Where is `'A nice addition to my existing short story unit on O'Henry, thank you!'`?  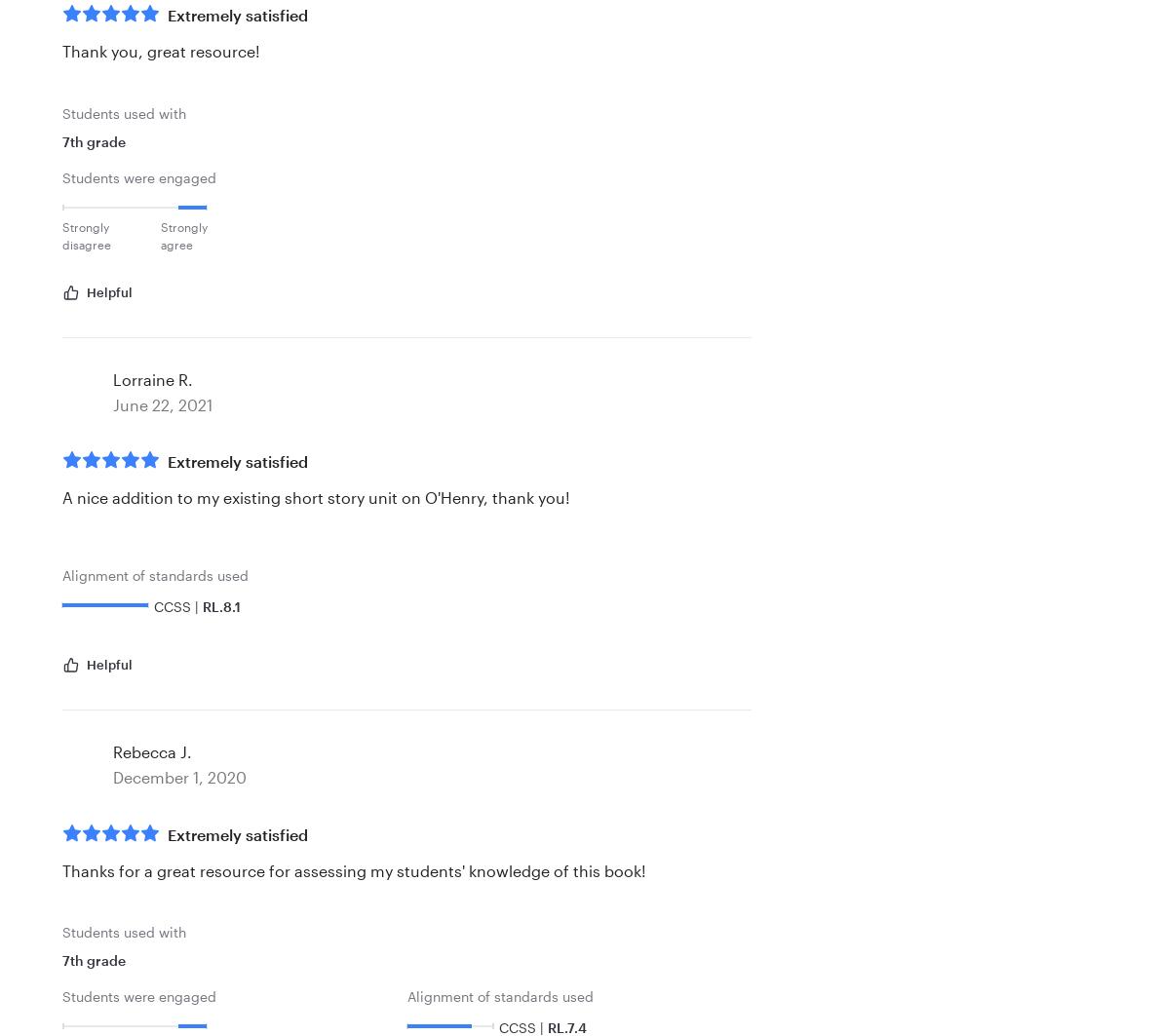
'A nice addition to my existing short story unit on O'Henry, thank you!' is located at coordinates (316, 497).